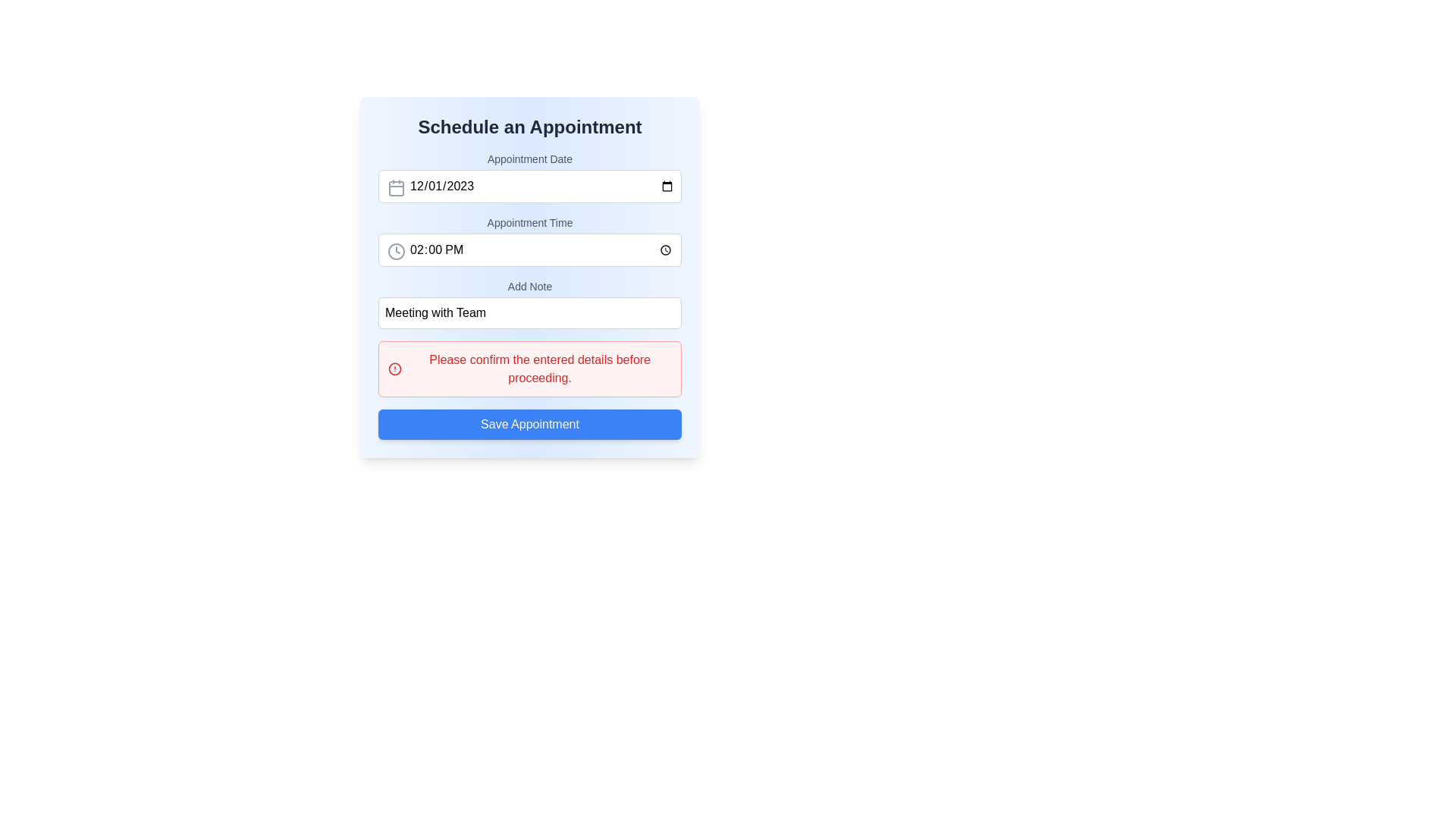 This screenshot has width=1456, height=819. Describe the element at coordinates (395, 369) in the screenshot. I see `the circular icon that represents an alert or error, located to the left of the warning text 'Please confirm the entered details before proceeding.'` at that location.